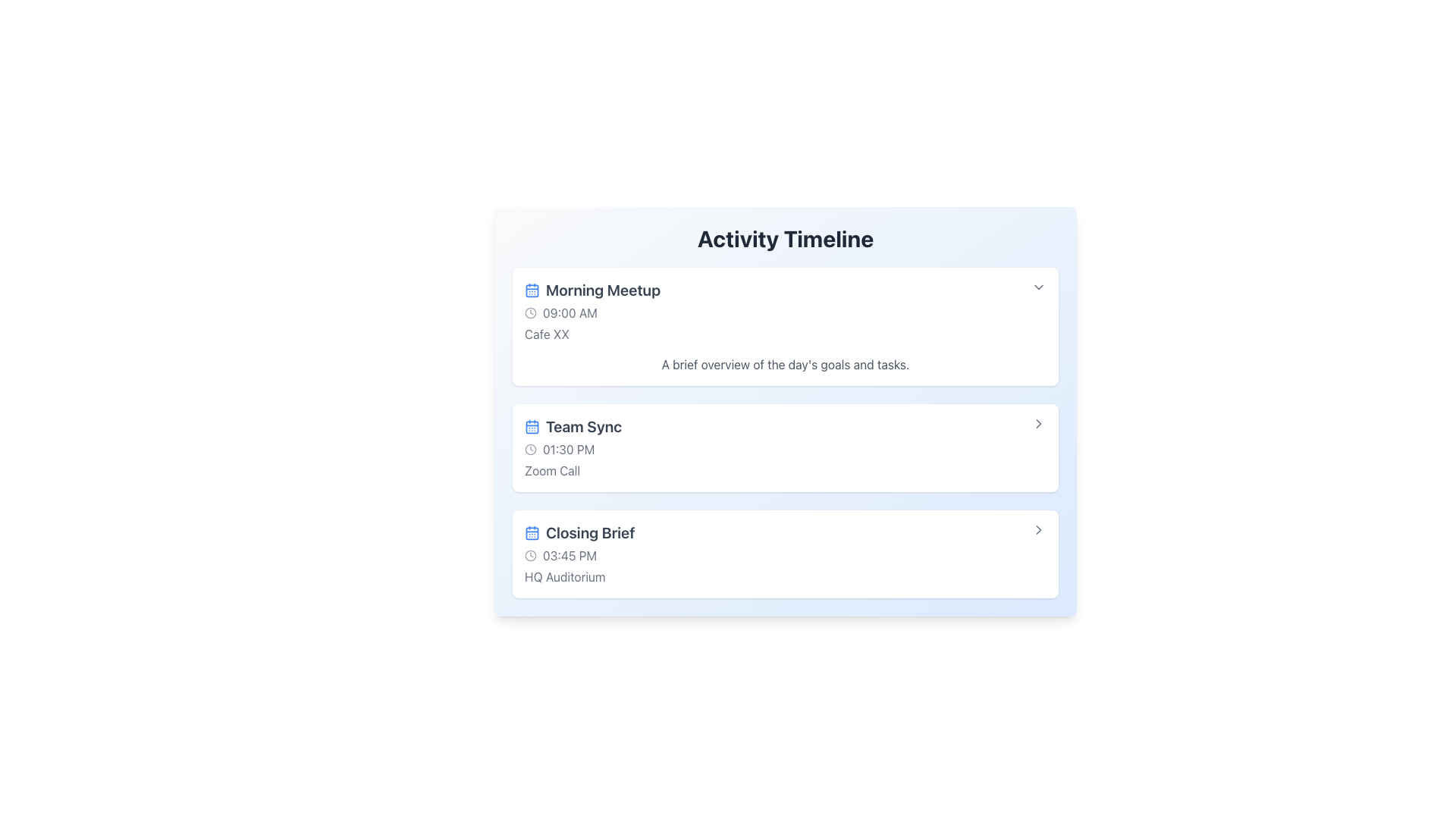 The height and width of the screenshot is (819, 1456). What do you see at coordinates (579, 555) in the screenshot?
I see `the timestamp display formatted as '03:45 PM' with an adjacent clock icon in the 'Closing Brief' section of the 'Activity Timeline'` at bounding box center [579, 555].